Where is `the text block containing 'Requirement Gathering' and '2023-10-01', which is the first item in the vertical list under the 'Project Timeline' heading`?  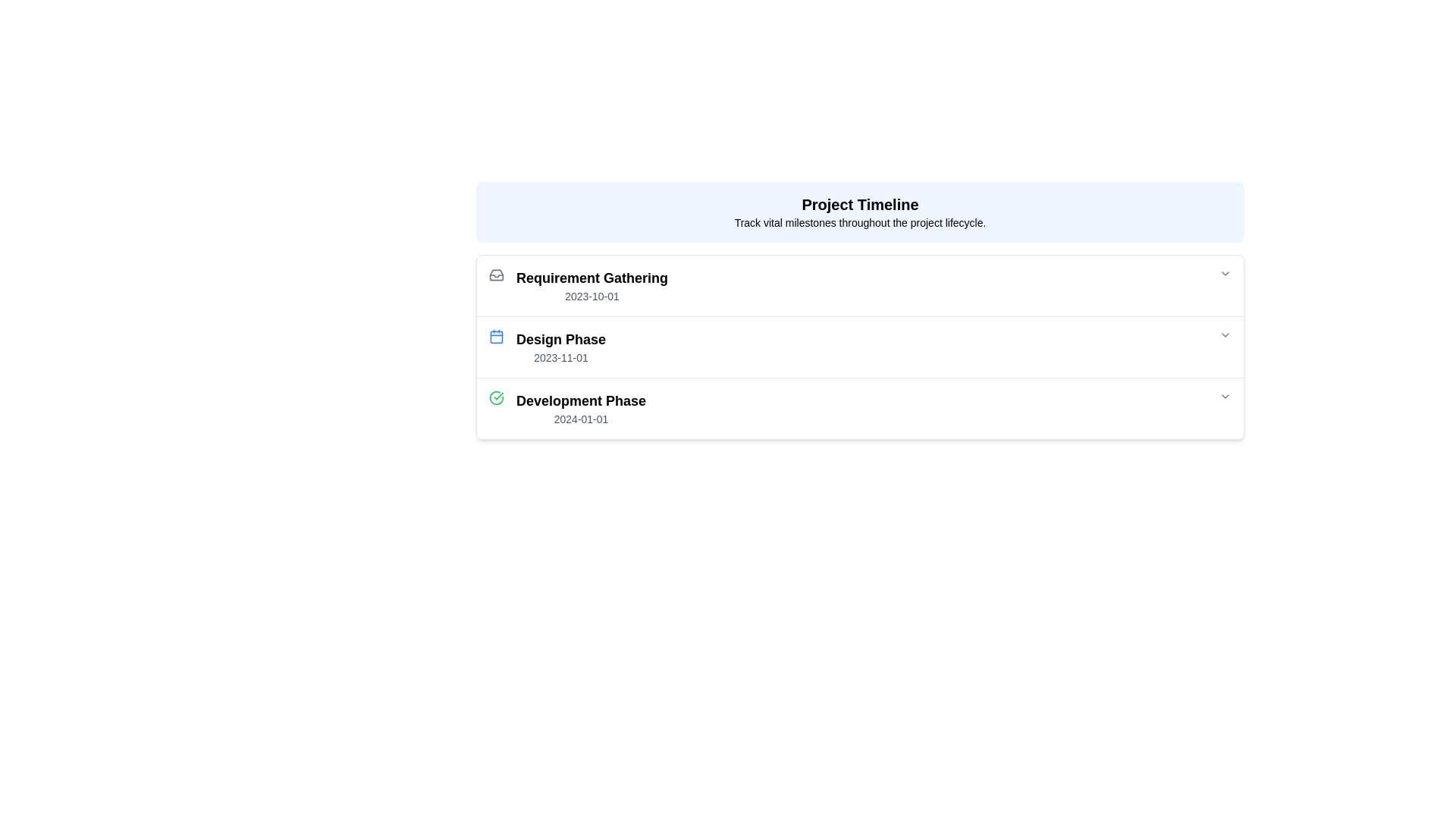
the text block containing 'Requirement Gathering' and '2023-10-01', which is the first item in the vertical list under the 'Project Timeline' heading is located at coordinates (591, 286).